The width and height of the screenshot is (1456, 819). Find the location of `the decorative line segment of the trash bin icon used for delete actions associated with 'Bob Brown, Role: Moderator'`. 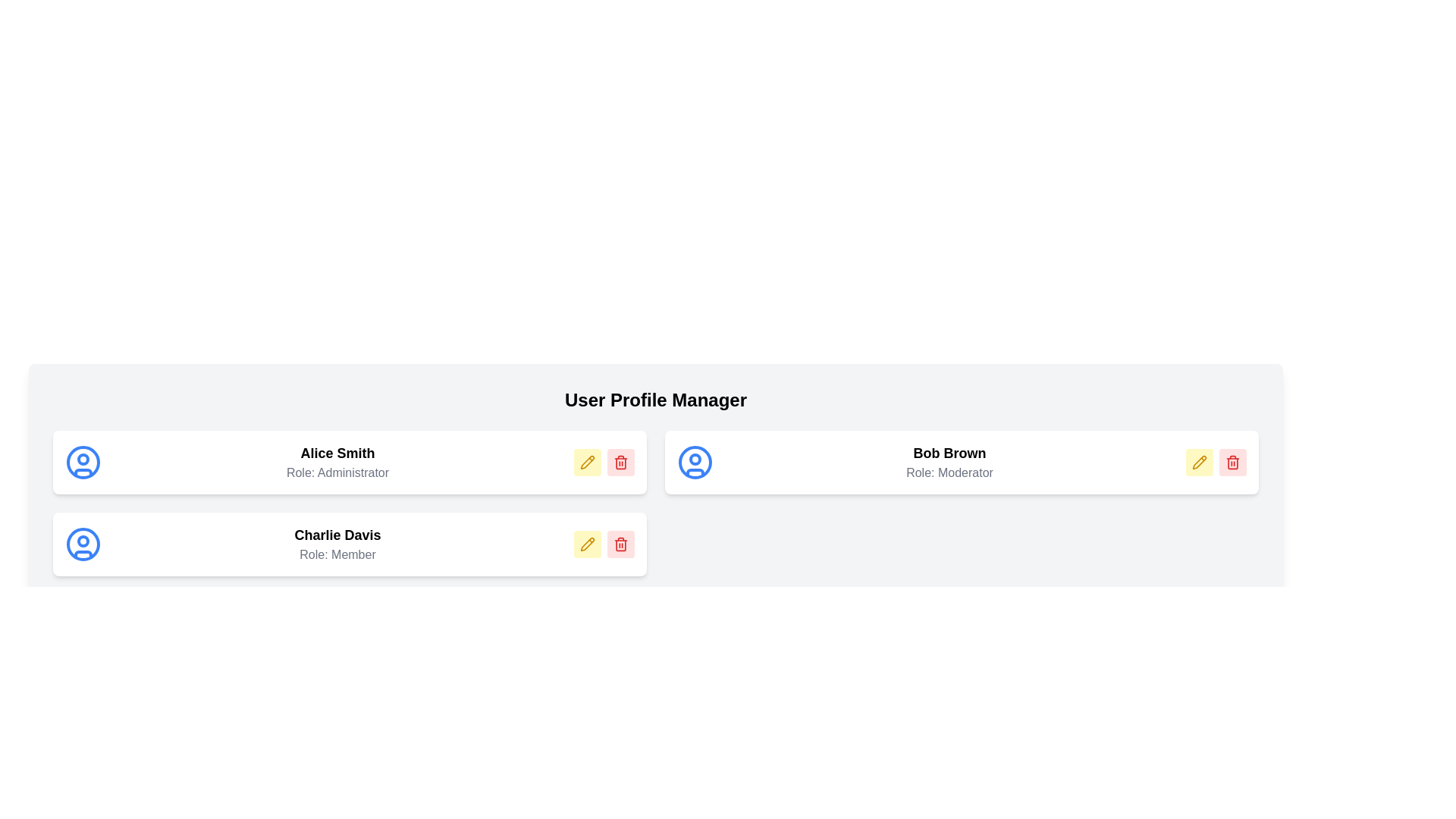

the decorative line segment of the trash bin icon used for delete actions associated with 'Bob Brown, Role: Moderator' is located at coordinates (1233, 462).